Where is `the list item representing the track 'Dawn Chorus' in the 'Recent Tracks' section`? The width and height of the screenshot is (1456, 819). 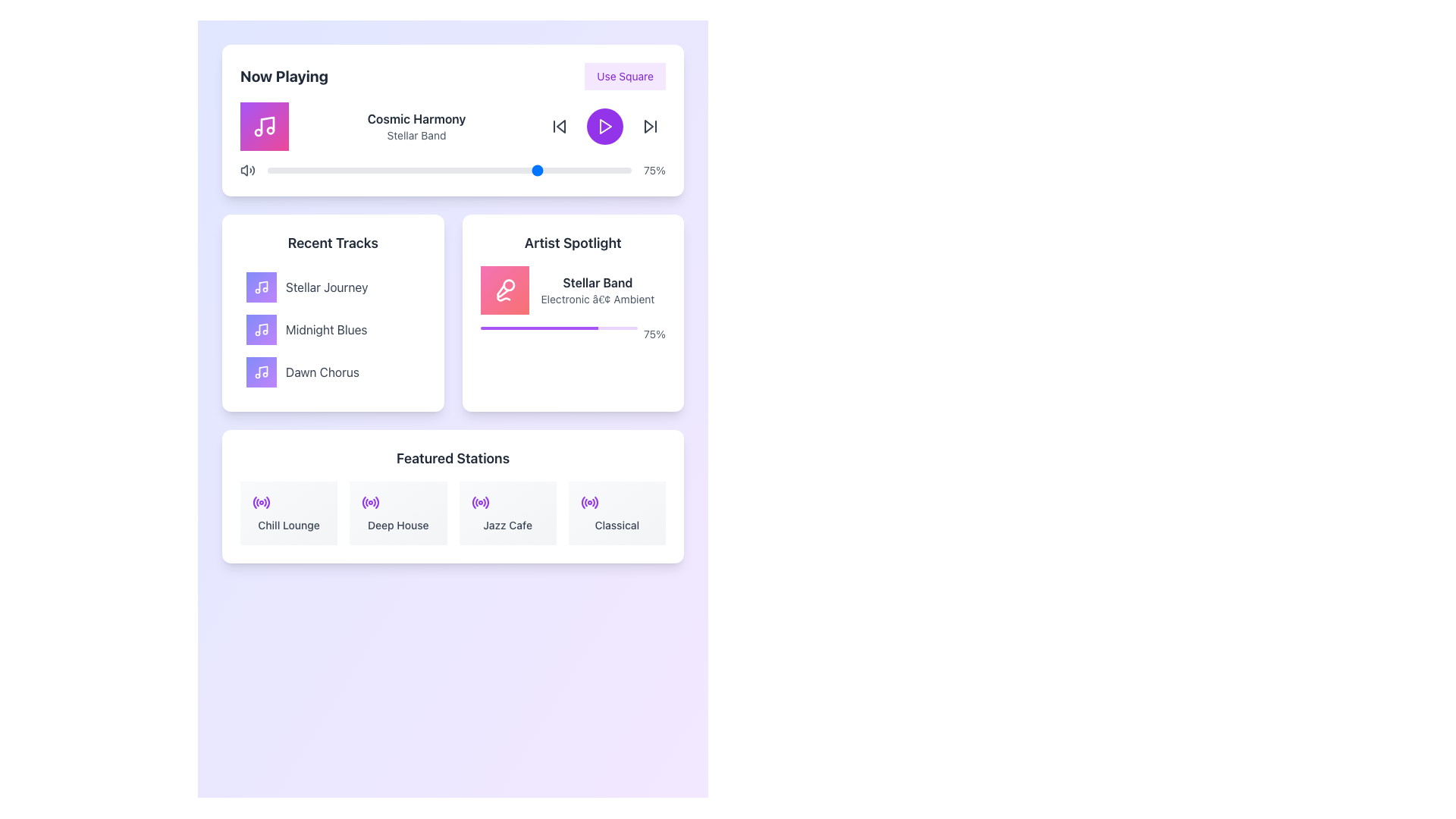 the list item representing the track 'Dawn Chorus' in the 'Recent Tracks' section is located at coordinates (332, 372).